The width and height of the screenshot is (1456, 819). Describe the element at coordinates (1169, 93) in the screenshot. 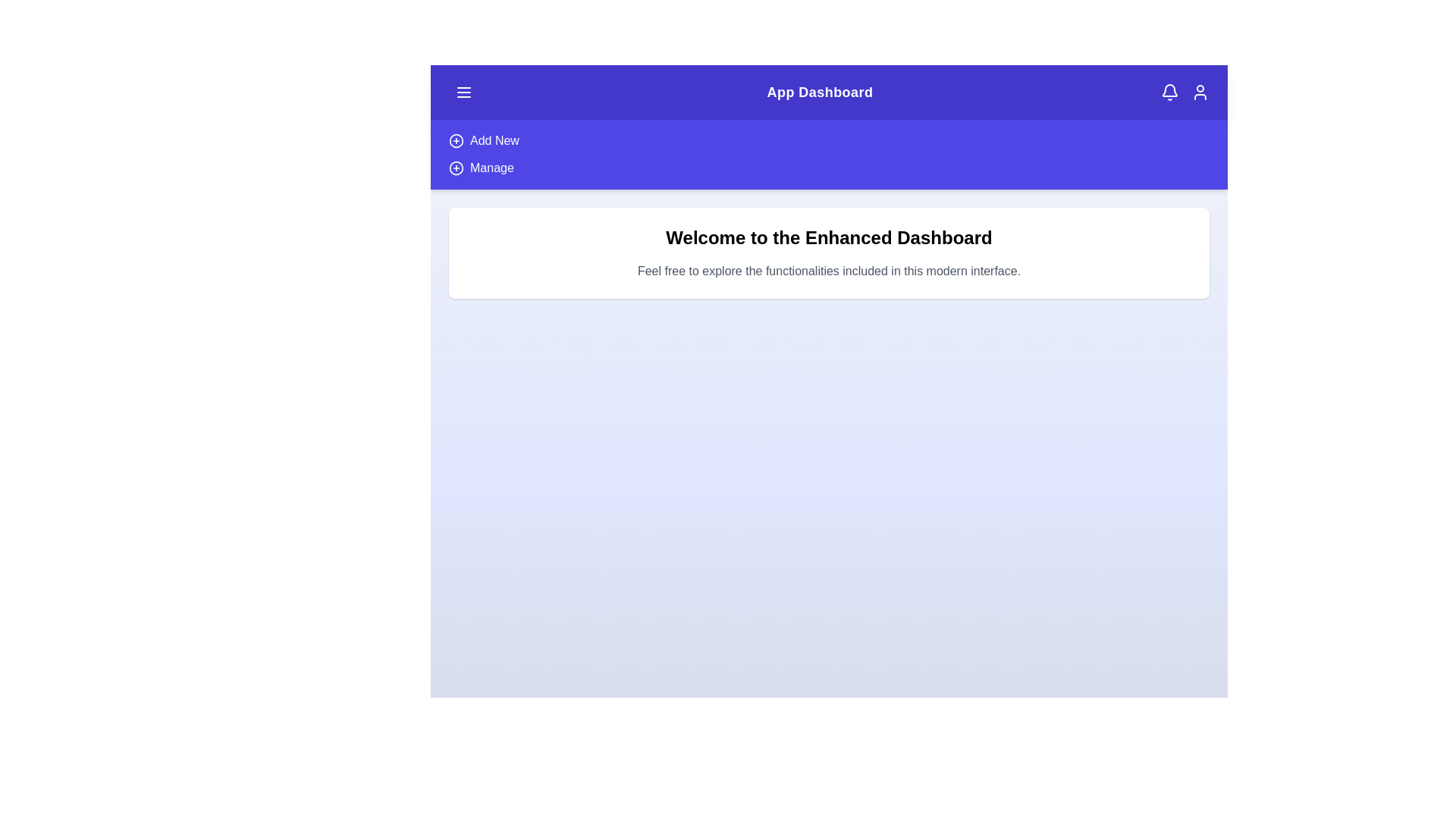

I see `the 'Bell' icon in the header` at that location.